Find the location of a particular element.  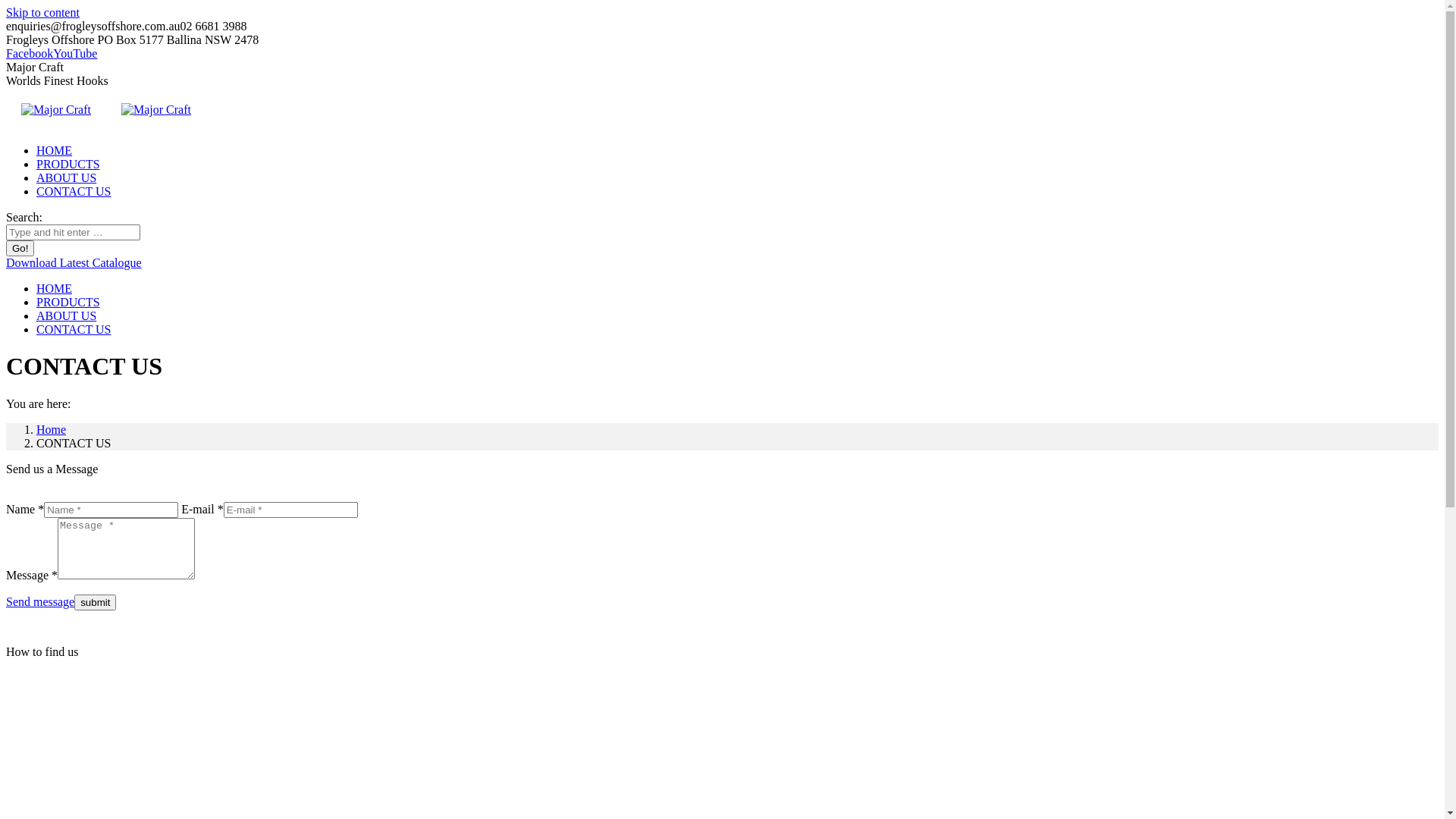

'ABOUT US' is located at coordinates (65, 315).